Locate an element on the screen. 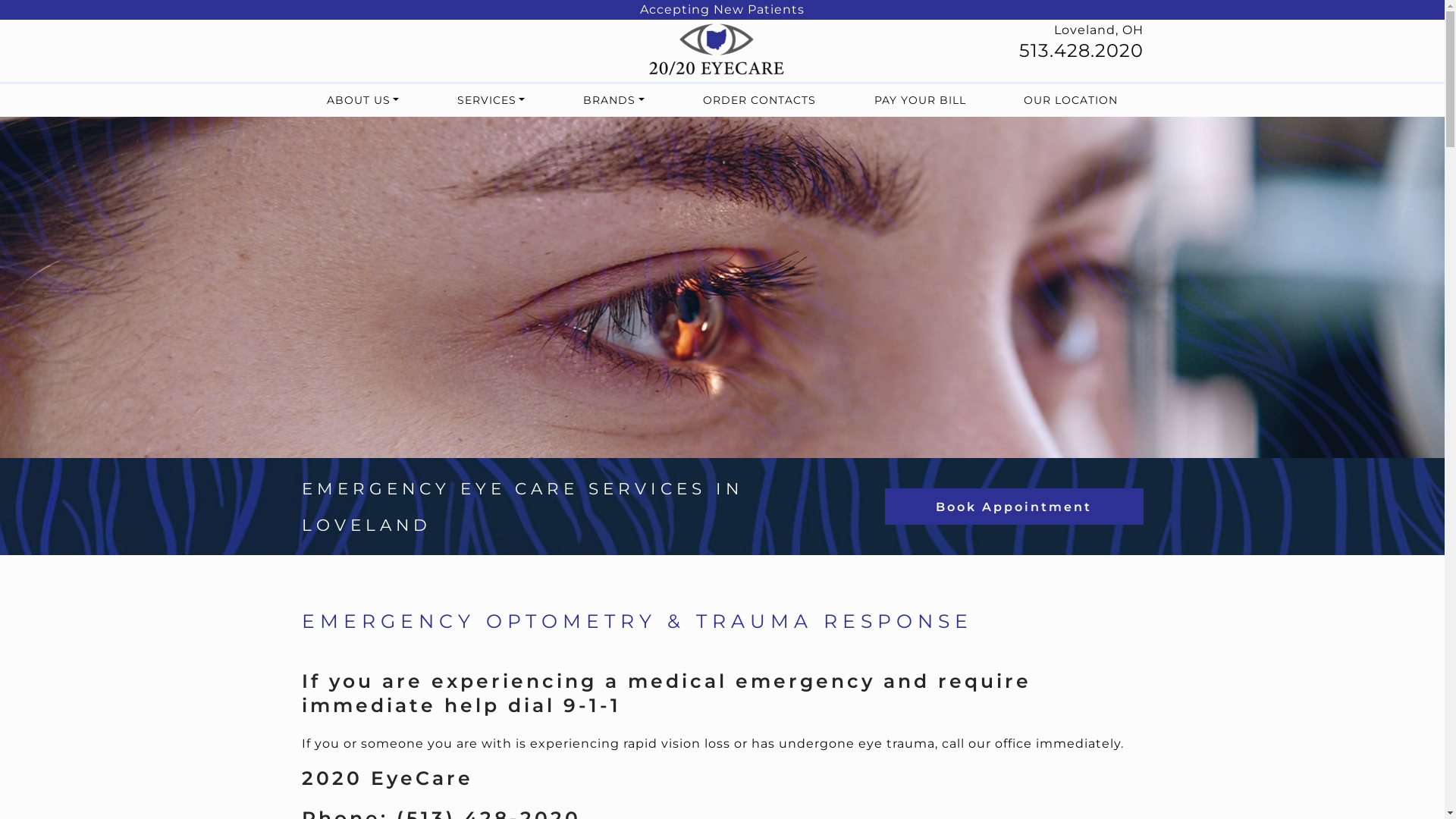 The image size is (1456, 819). 'Book Appointment' is located at coordinates (1014, 506).